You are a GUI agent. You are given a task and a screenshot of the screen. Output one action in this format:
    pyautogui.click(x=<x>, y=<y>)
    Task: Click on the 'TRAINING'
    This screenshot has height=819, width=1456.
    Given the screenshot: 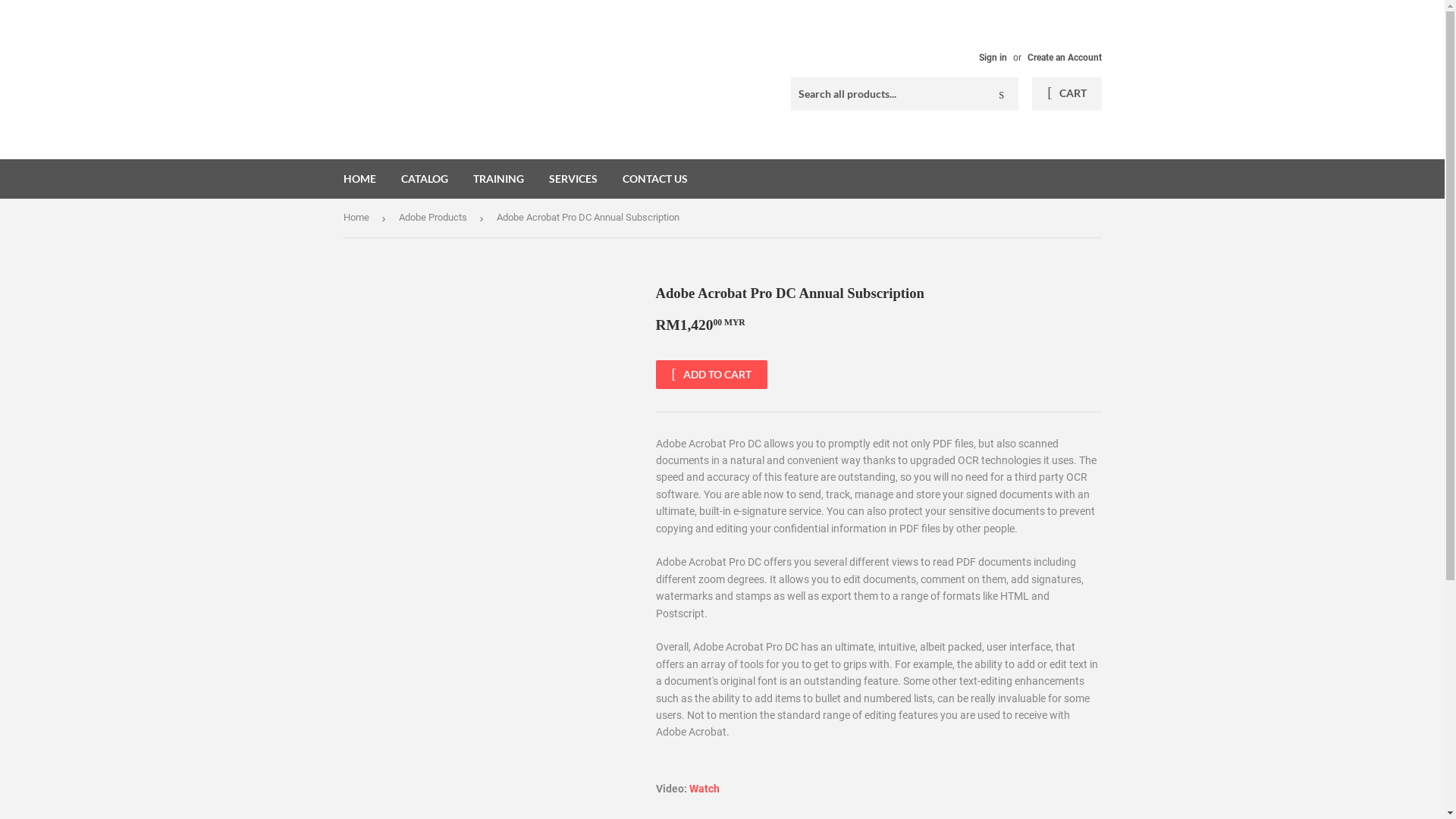 What is the action you would take?
    pyautogui.click(x=497, y=177)
    